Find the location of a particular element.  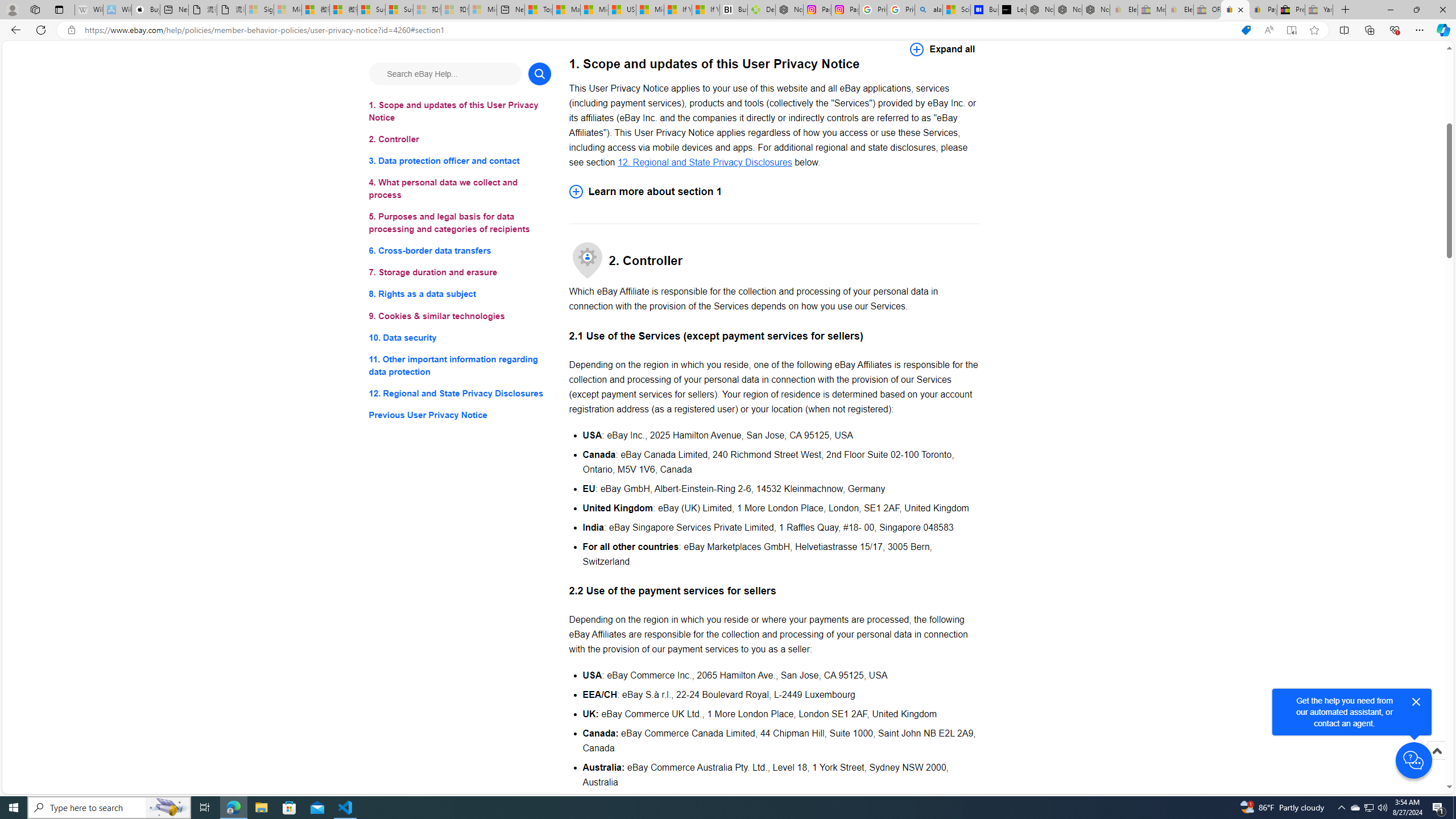

'4. What personal data we collect and process' is located at coordinates (459, 189).